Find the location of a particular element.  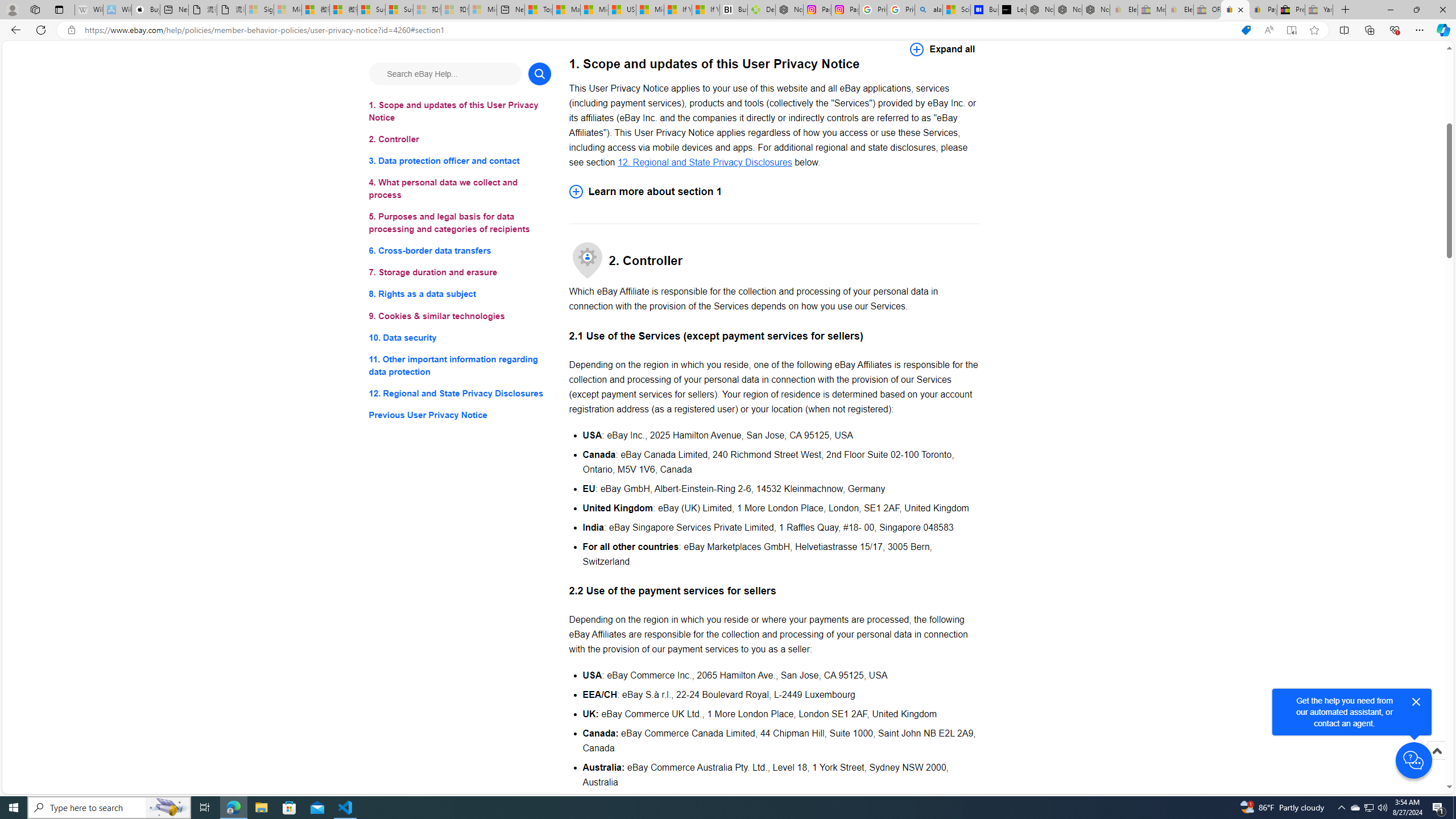

'4. What personal data we collect and process' is located at coordinates (459, 189).